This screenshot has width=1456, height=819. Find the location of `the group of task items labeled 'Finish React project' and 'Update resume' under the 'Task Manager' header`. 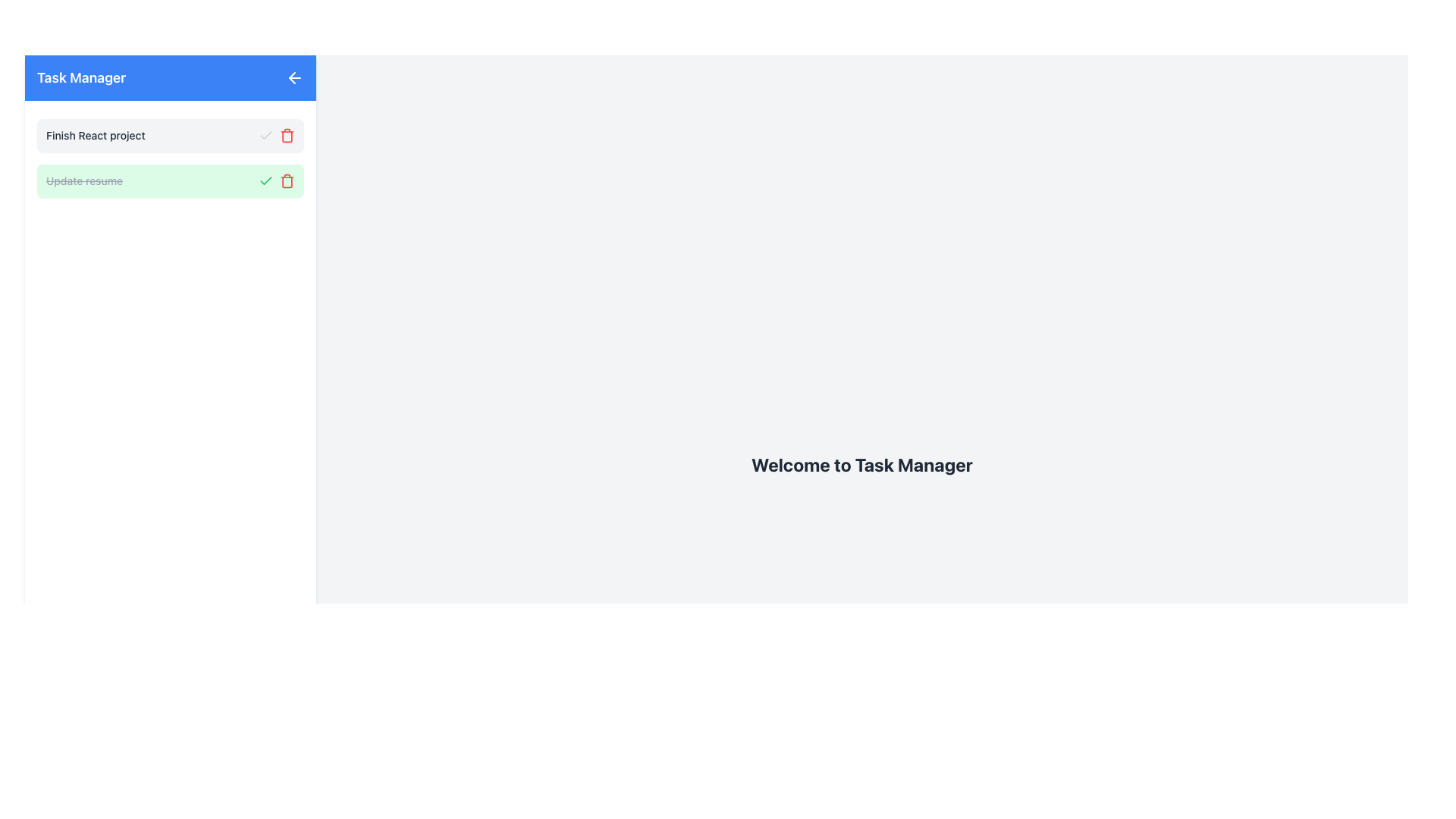

the group of task items labeled 'Finish React project' and 'Update resume' under the 'Task Manager' header is located at coordinates (171, 158).